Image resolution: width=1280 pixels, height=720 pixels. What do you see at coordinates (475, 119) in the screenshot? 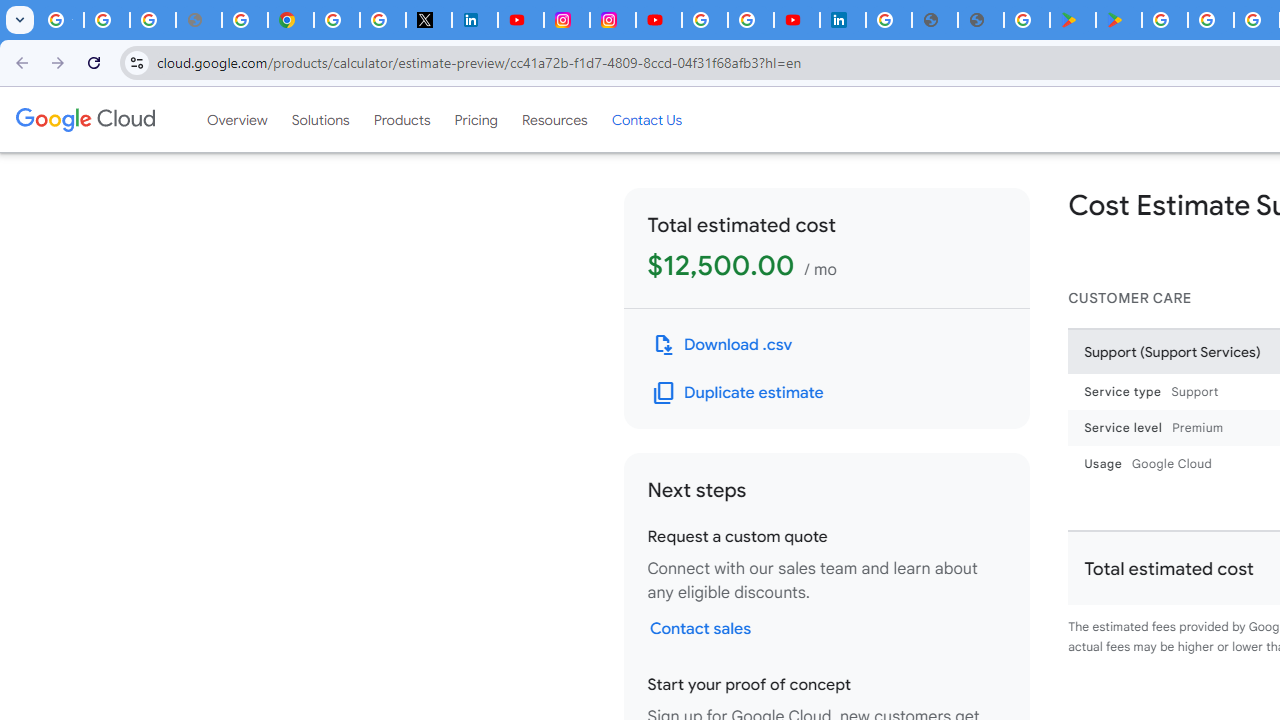
I see `'Pricing'` at bounding box center [475, 119].